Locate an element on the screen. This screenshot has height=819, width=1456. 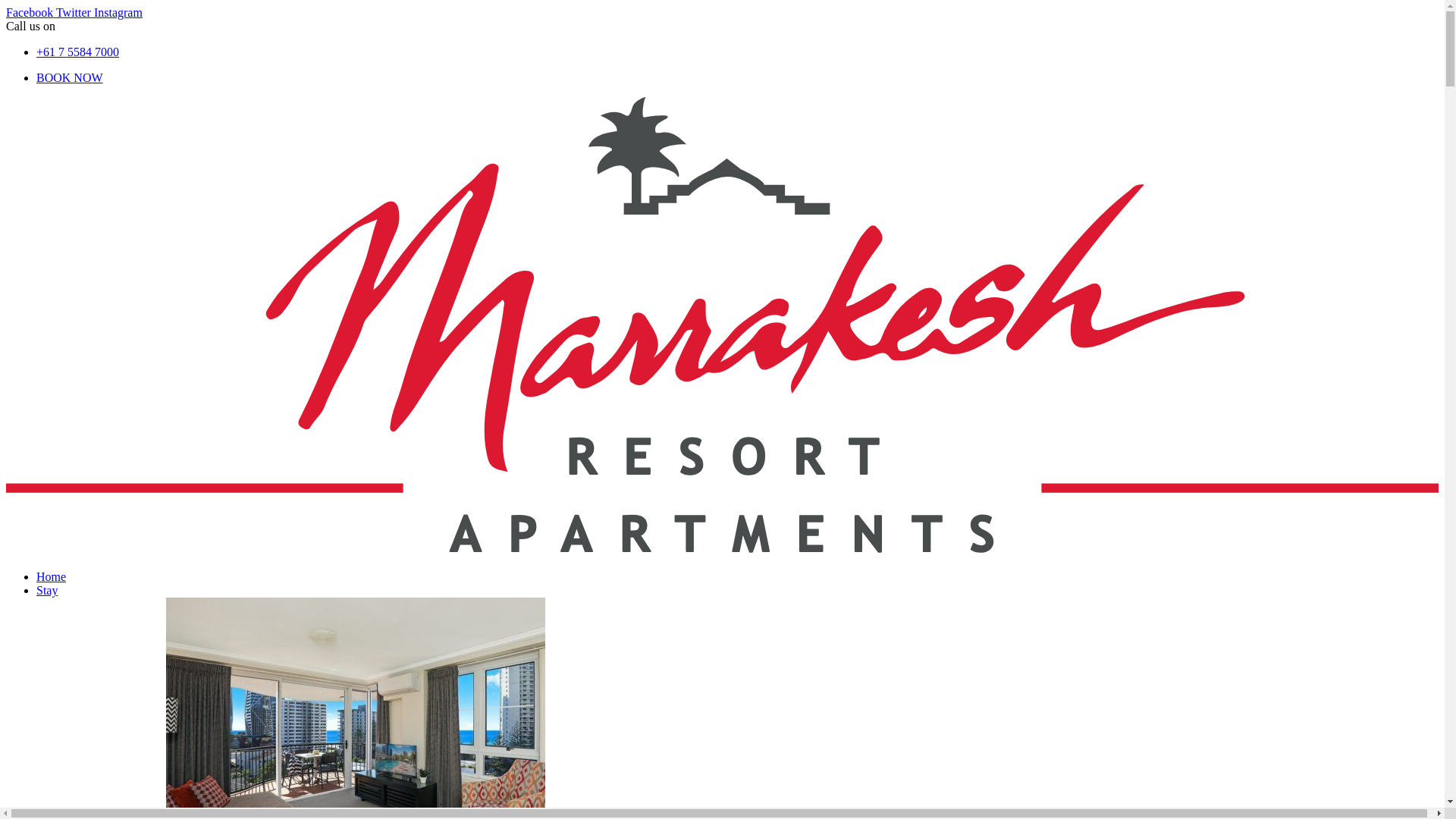
'Home' is located at coordinates (51, 576).